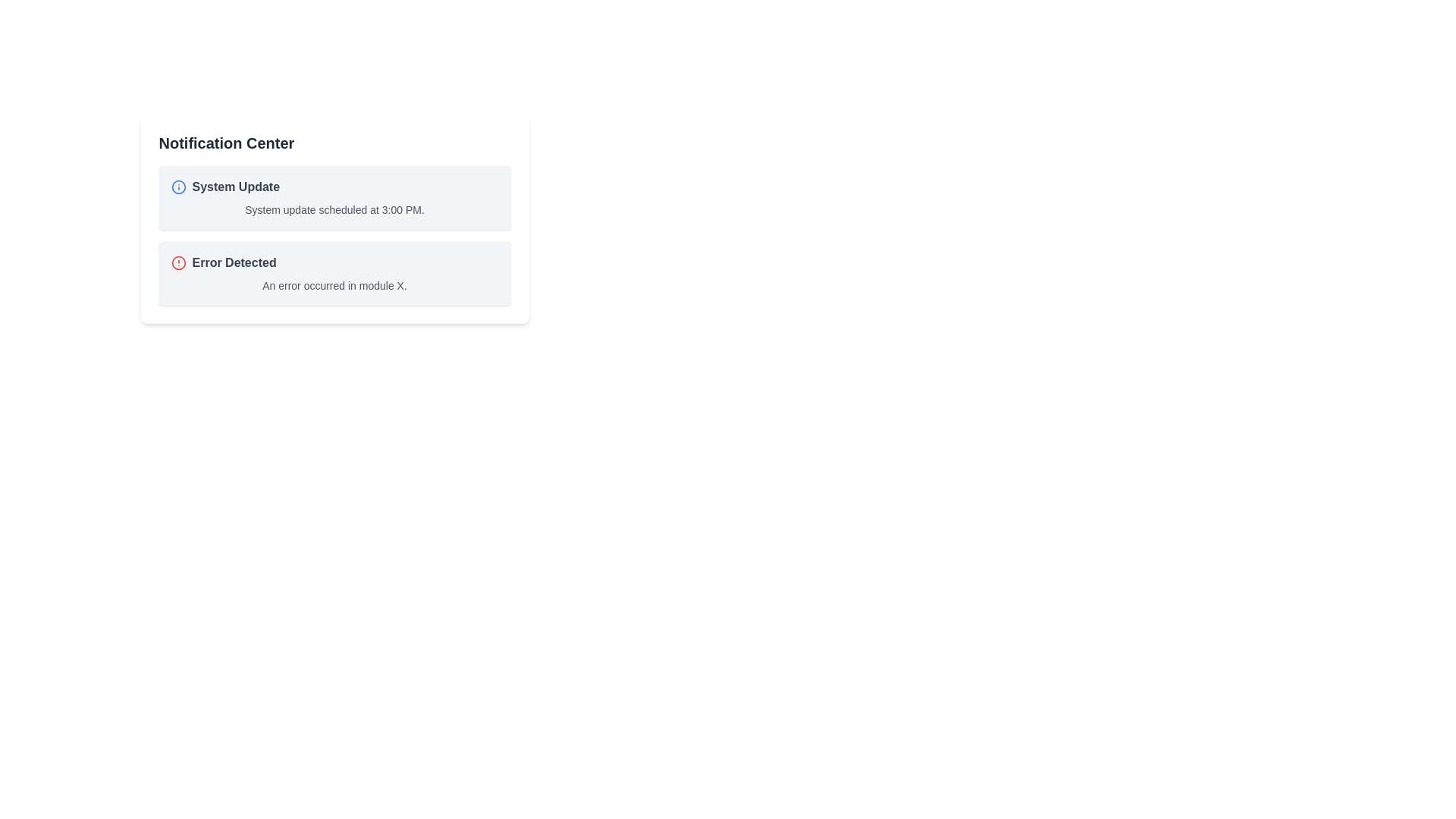 The image size is (1456, 819). What do you see at coordinates (334, 210) in the screenshot?
I see `the textual message 'System update scheduled at 3:00 PM.' located in the 'System Update' section` at bounding box center [334, 210].